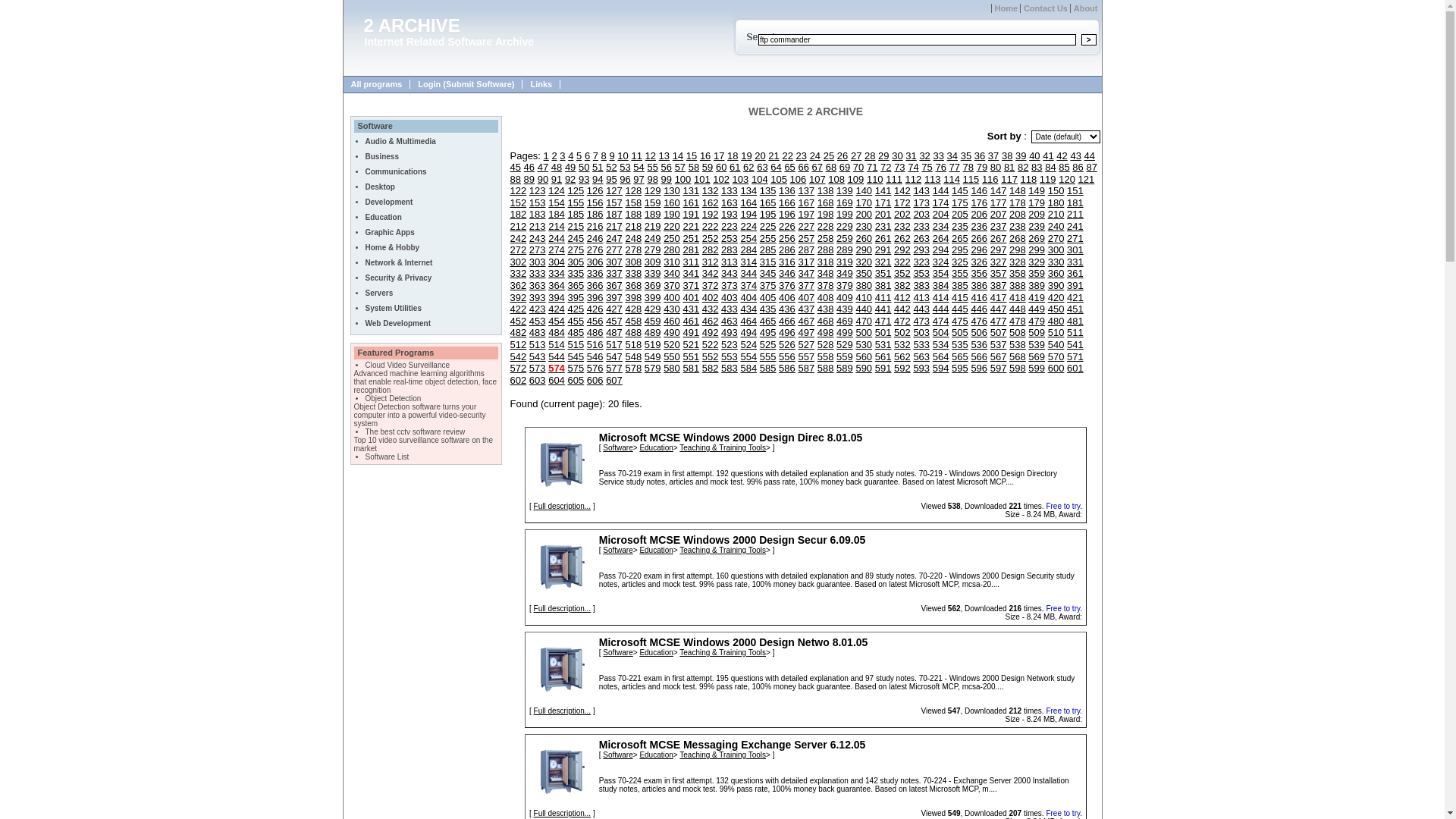 The height and width of the screenshot is (819, 1456). What do you see at coordinates (663, 273) in the screenshot?
I see `'340'` at bounding box center [663, 273].